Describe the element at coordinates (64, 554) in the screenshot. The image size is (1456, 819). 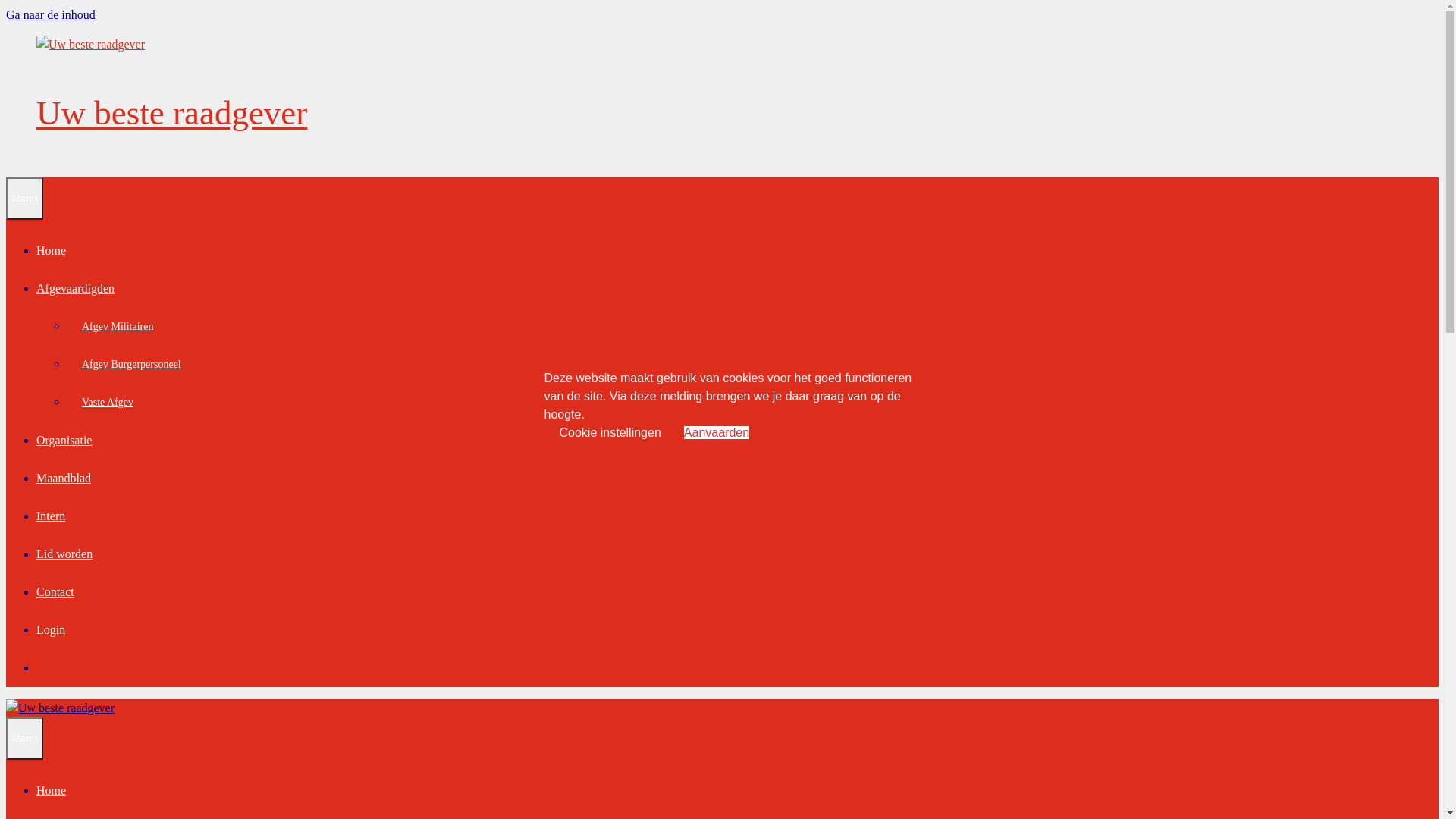
I see `'Lid worden'` at that location.